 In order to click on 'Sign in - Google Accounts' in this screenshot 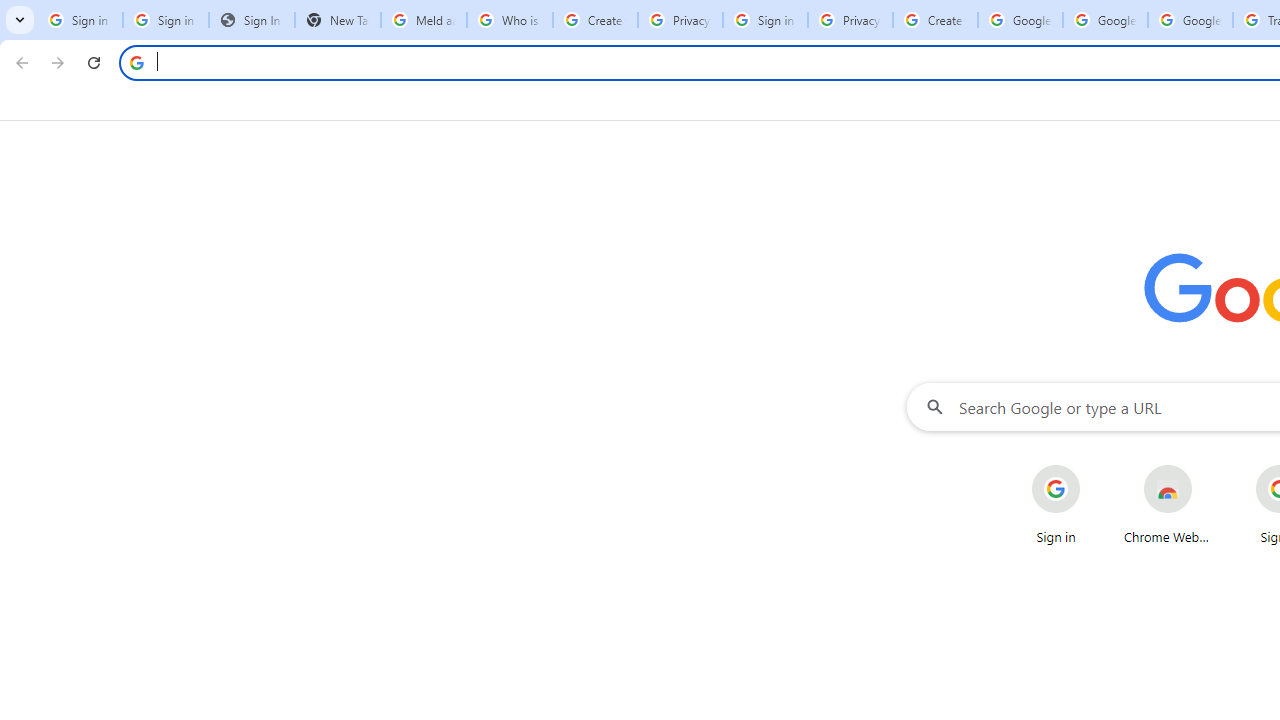, I will do `click(764, 20)`.